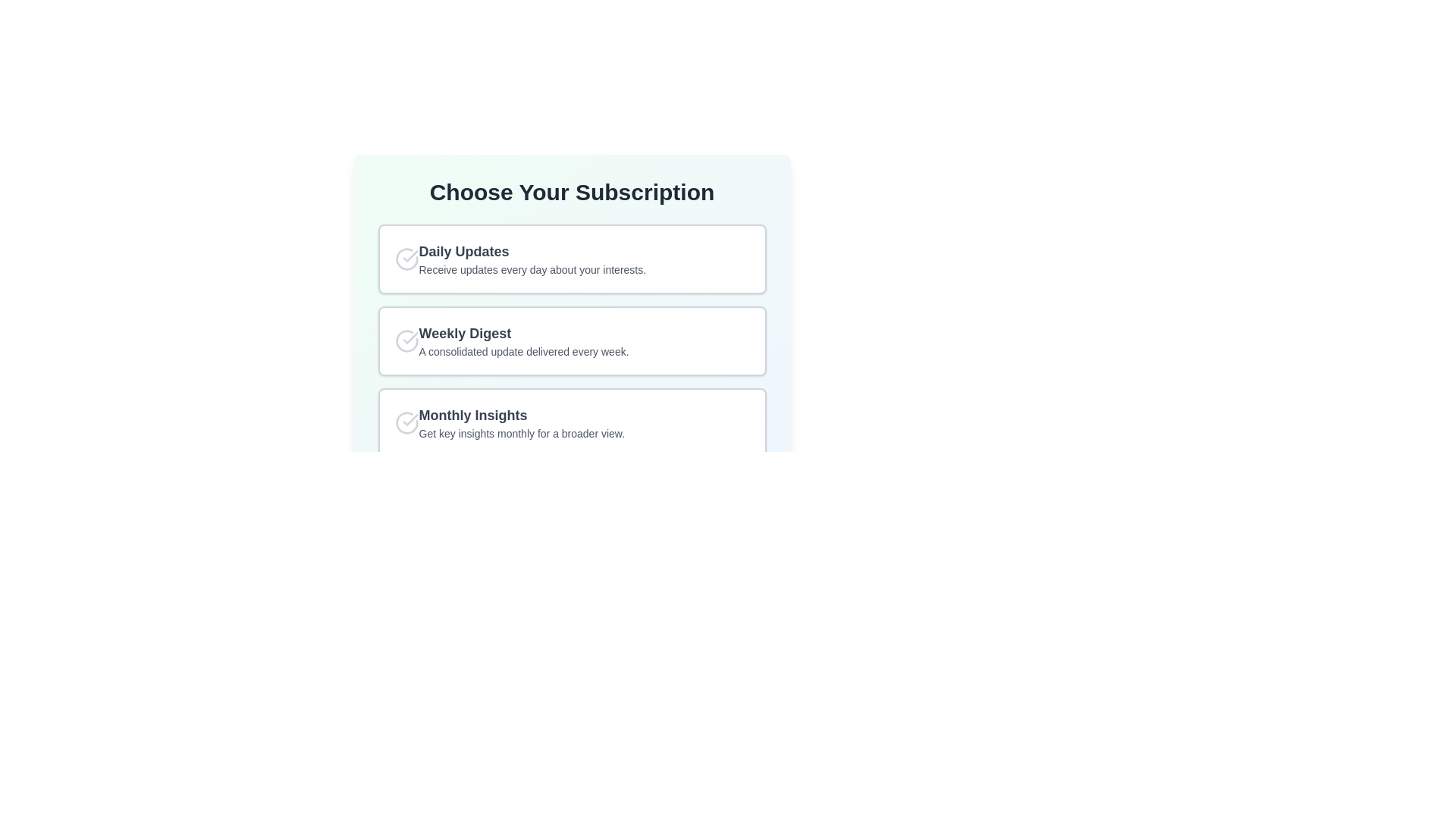 Image resolution: width=1456 pixels, height=819 pixels. I want to click on the tick mark icon associated with the 'Weekly Digest' subscription option, which is located to the left of the 'Weekly Digest' text, so click(410, 337).